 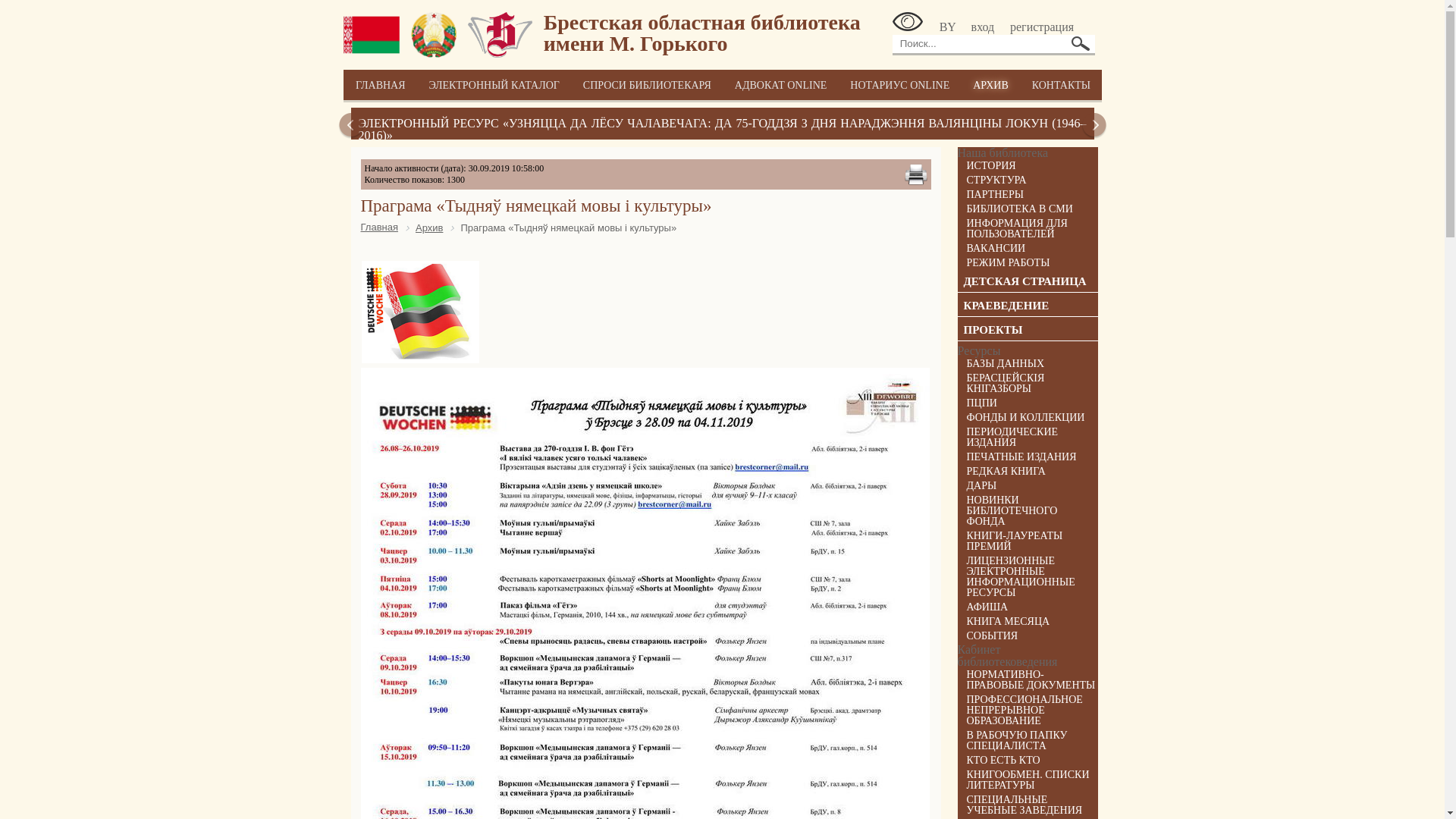 I want to click on 'BY', so click(x=938, y=27).